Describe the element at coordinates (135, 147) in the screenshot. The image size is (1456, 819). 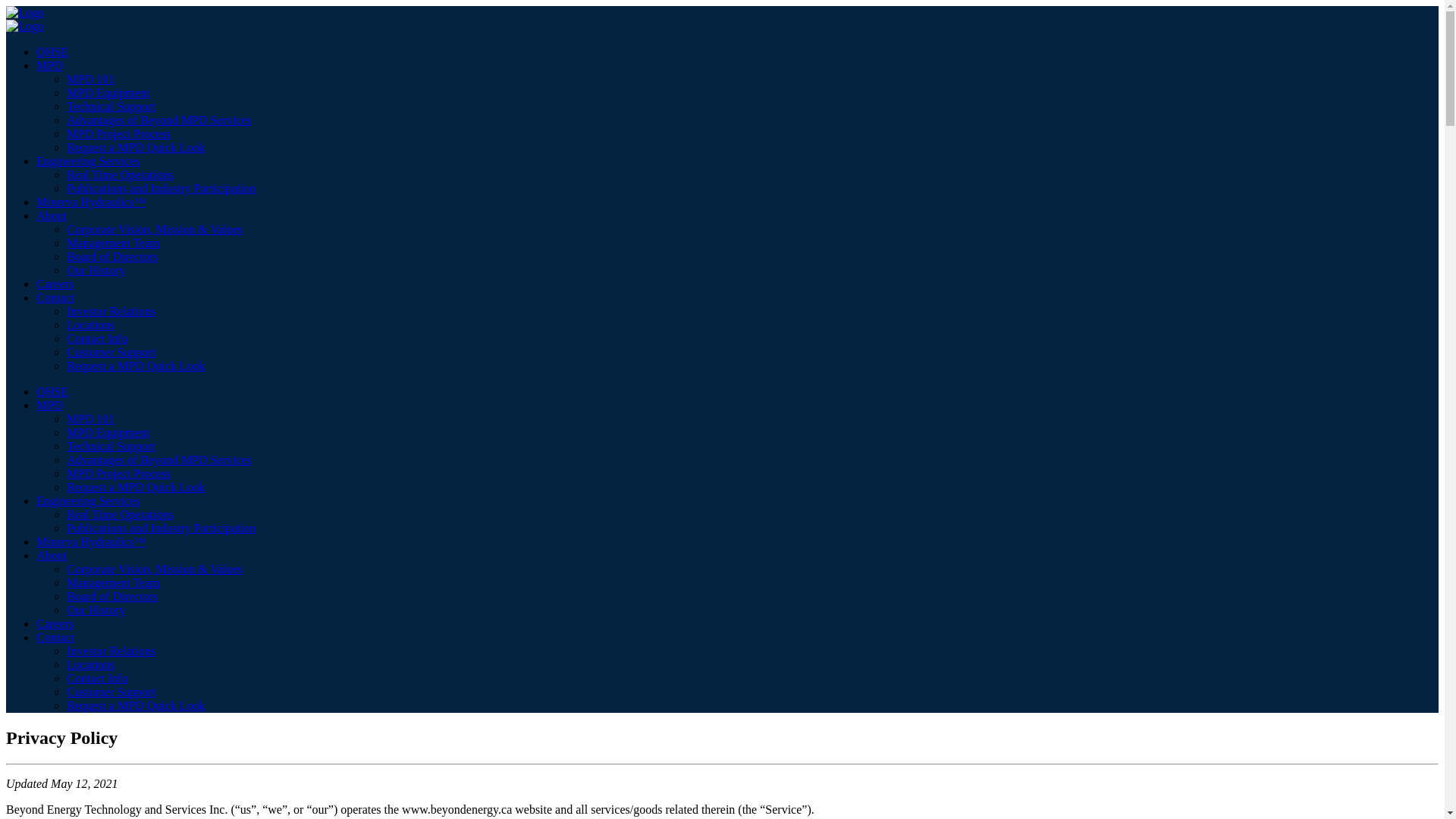
I see `'Request a MPD Quick Look'` at that location.